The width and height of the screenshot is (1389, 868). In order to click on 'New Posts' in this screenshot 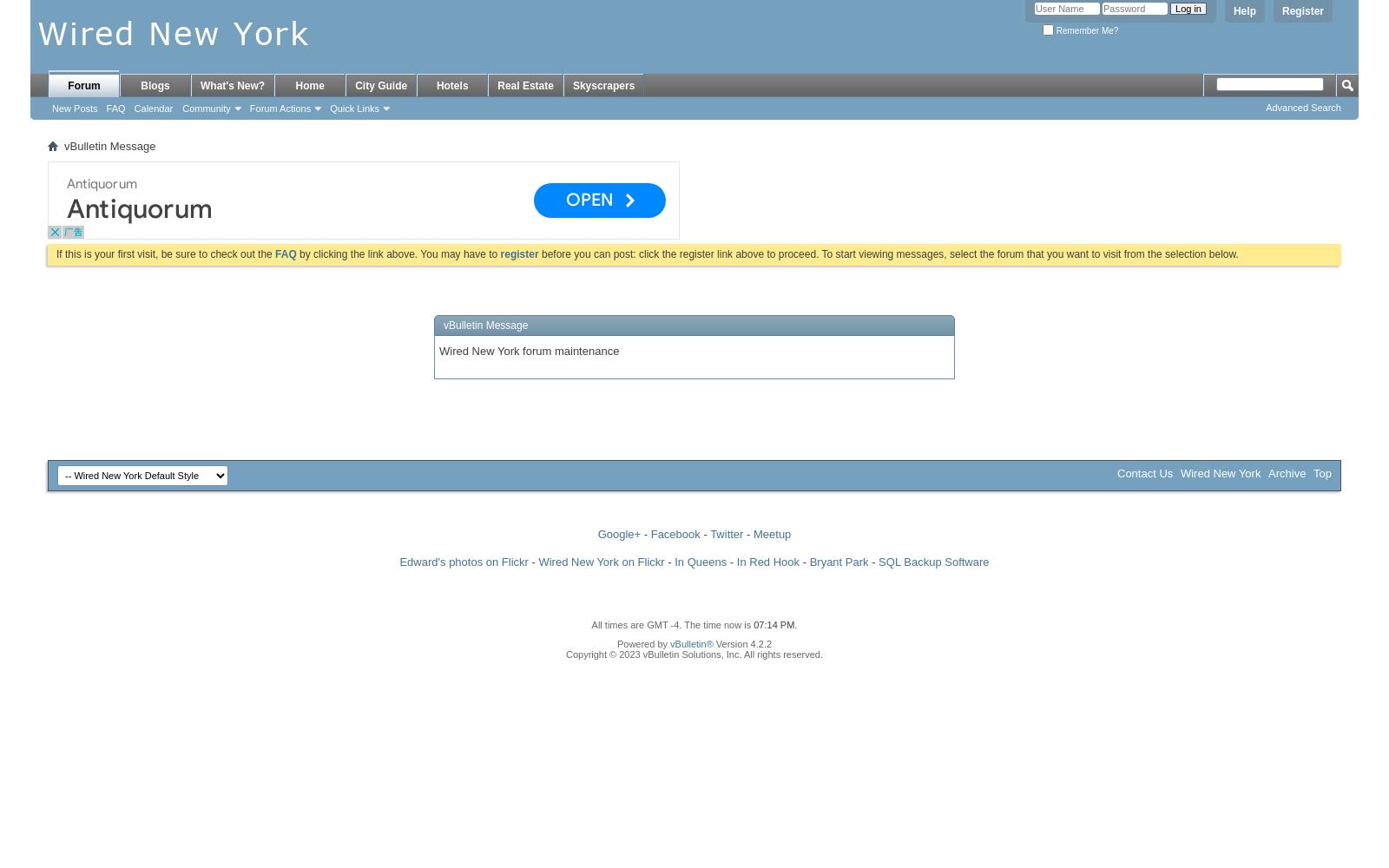, I will do `click(51, 108)`.